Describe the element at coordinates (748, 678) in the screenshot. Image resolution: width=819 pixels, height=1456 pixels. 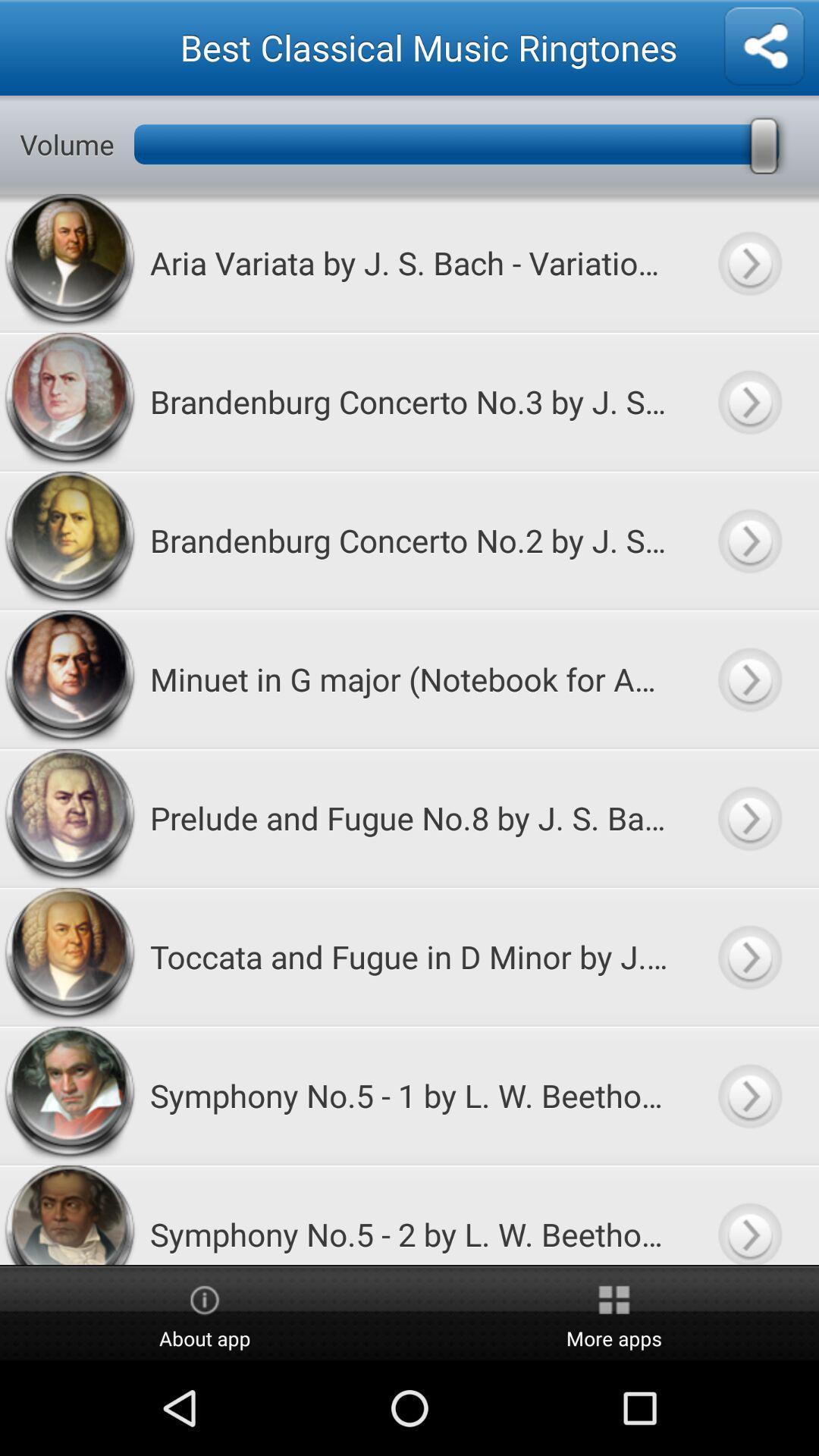
I see `ringtone` at that location.